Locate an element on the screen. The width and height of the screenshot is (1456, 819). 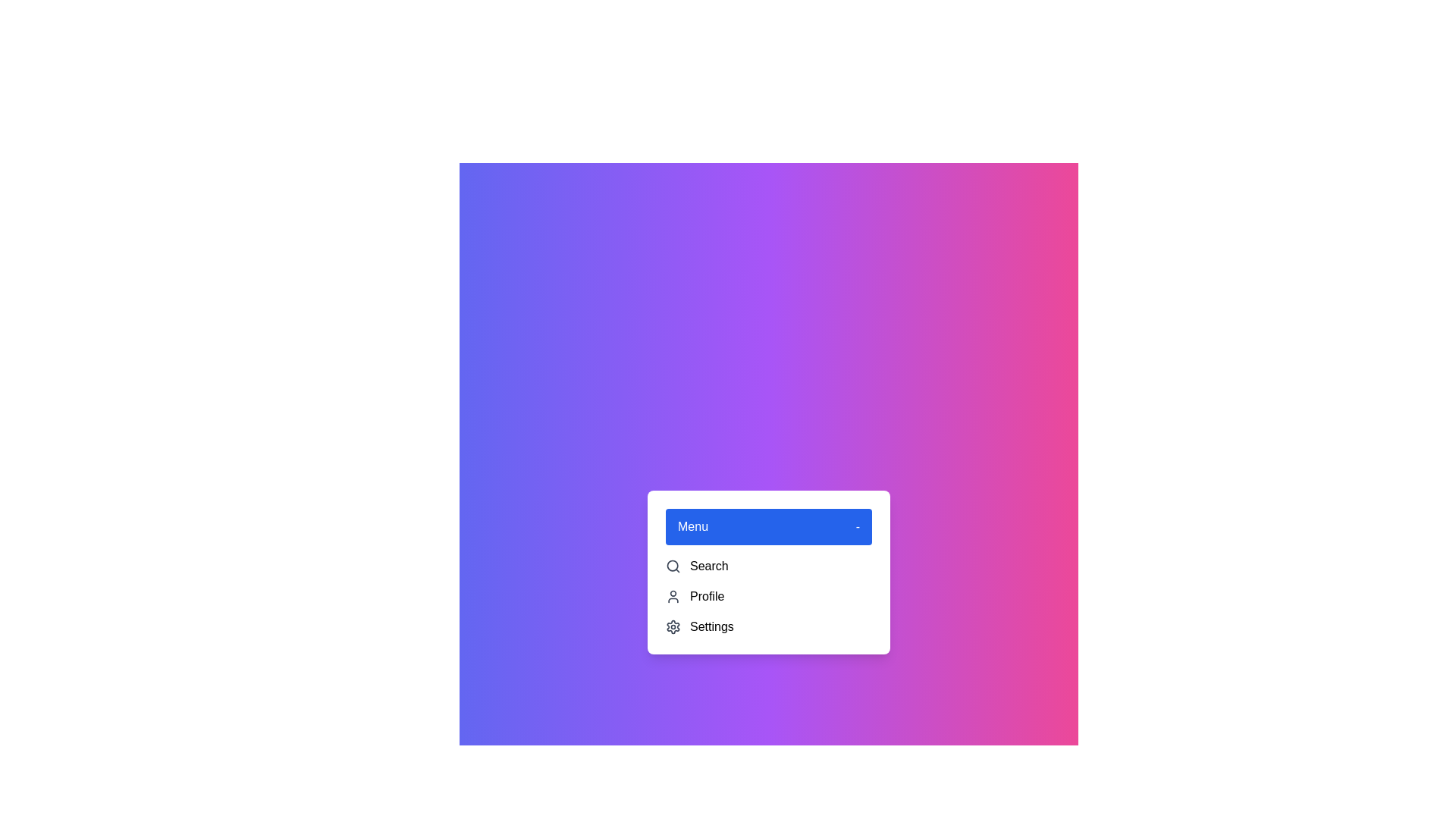
the icon and label for Profile in the dropdown menu is located at coordinates (673, 595).